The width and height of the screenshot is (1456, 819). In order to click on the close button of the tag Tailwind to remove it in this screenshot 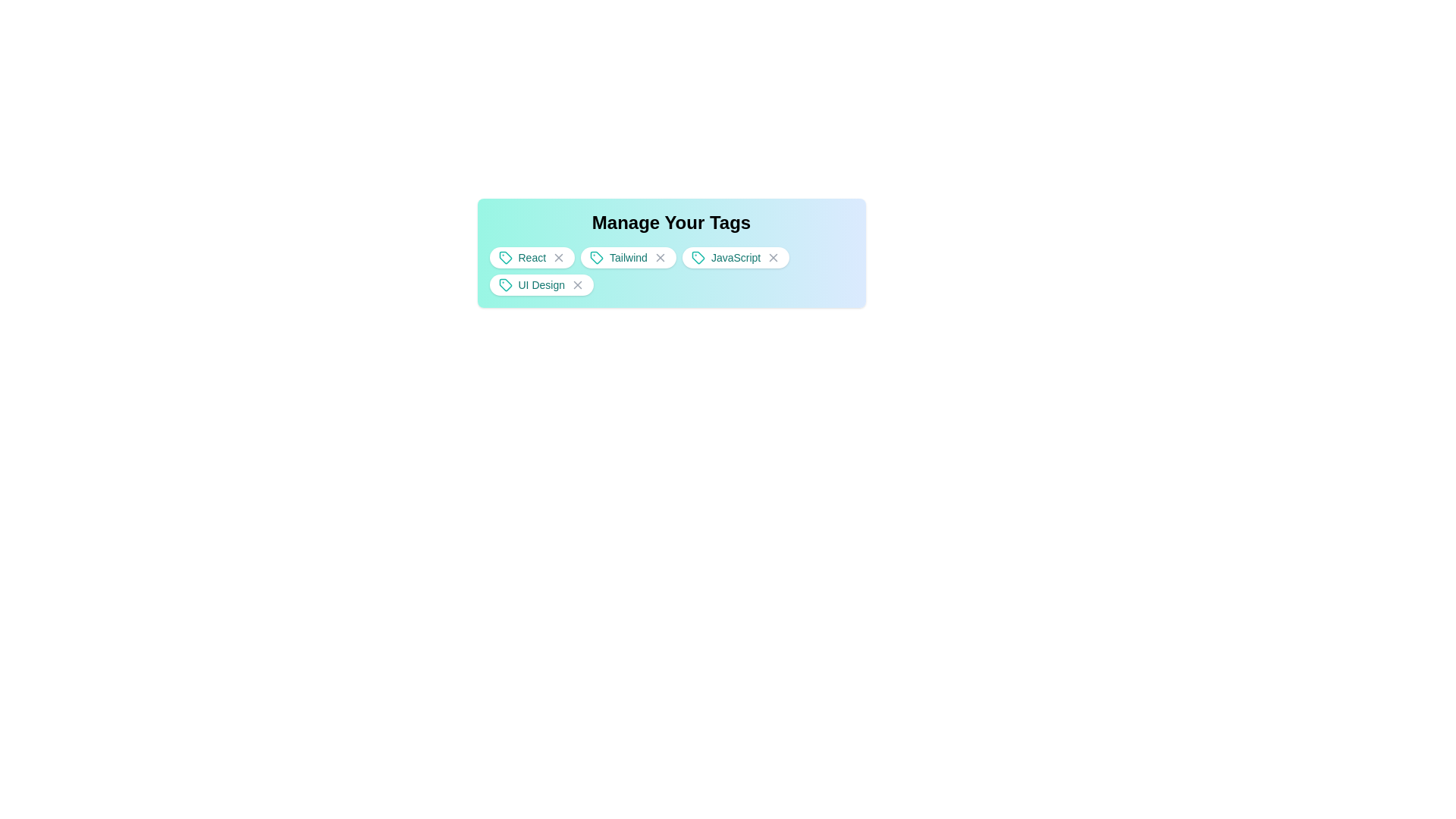, I will do `click(657, 256)`.